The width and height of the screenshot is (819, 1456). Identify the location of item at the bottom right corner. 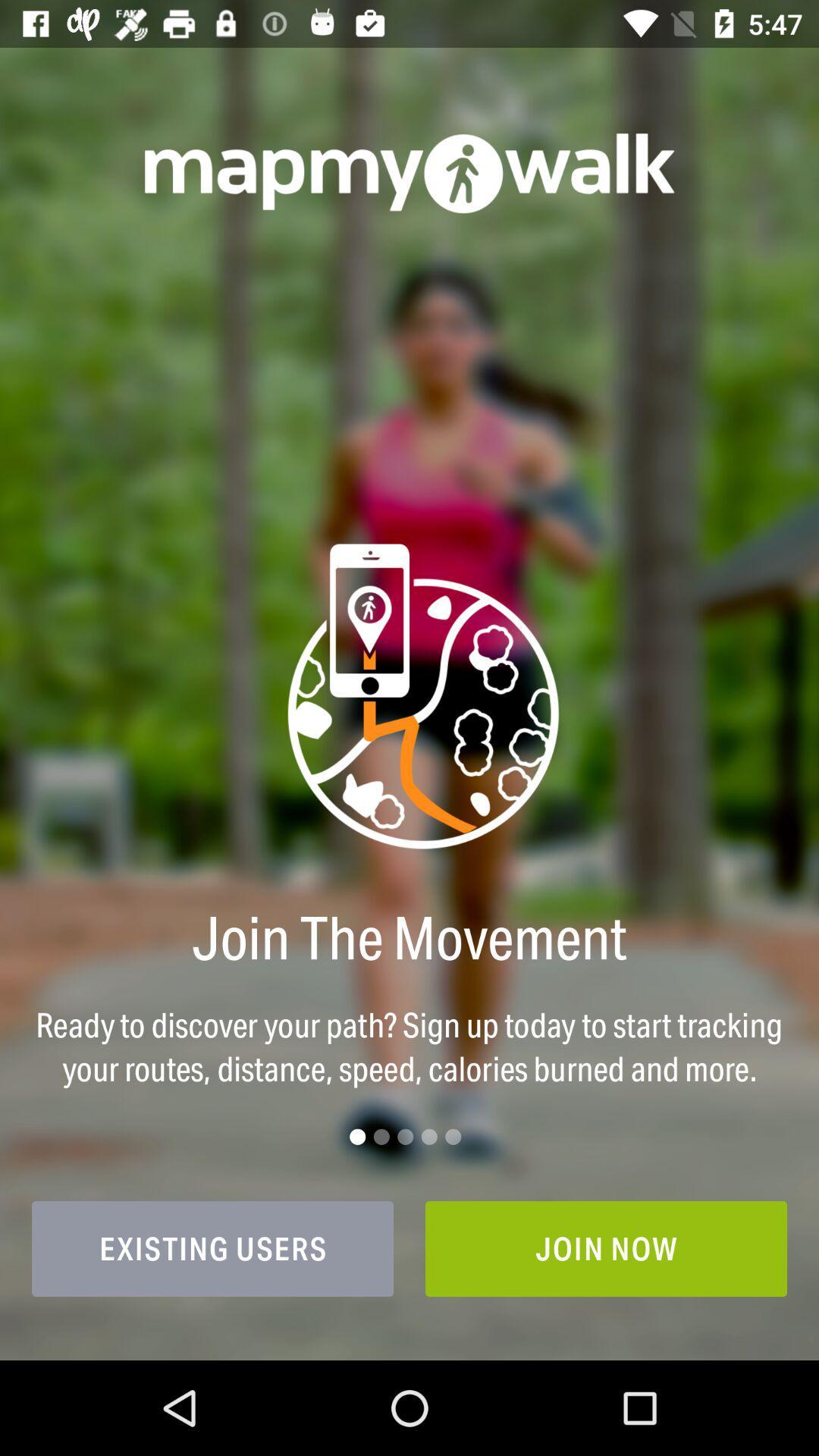
(605, 1248).